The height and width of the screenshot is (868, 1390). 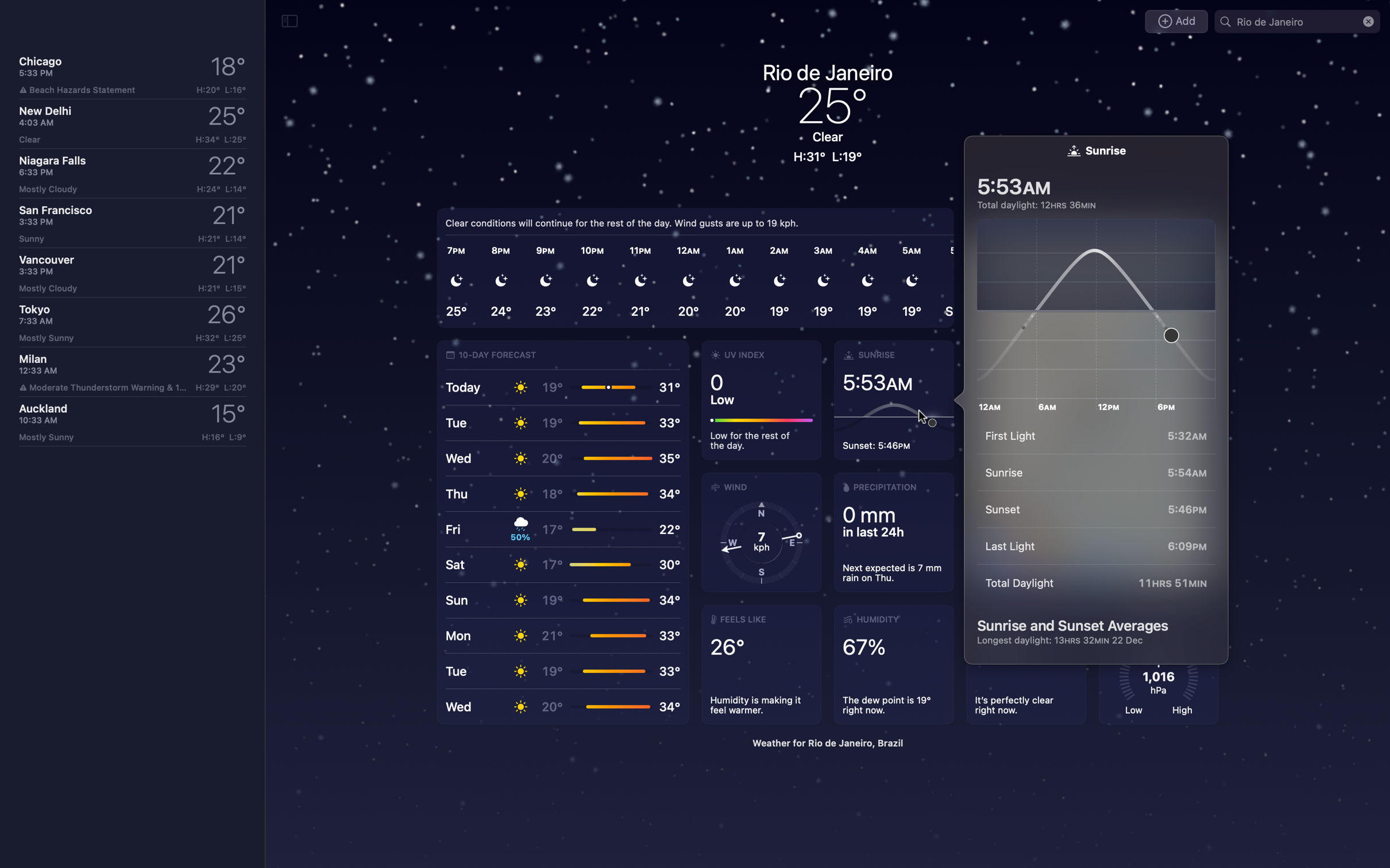 I want to click on Check sun position at 12pm in the popup, so click(x=1101, y=309).